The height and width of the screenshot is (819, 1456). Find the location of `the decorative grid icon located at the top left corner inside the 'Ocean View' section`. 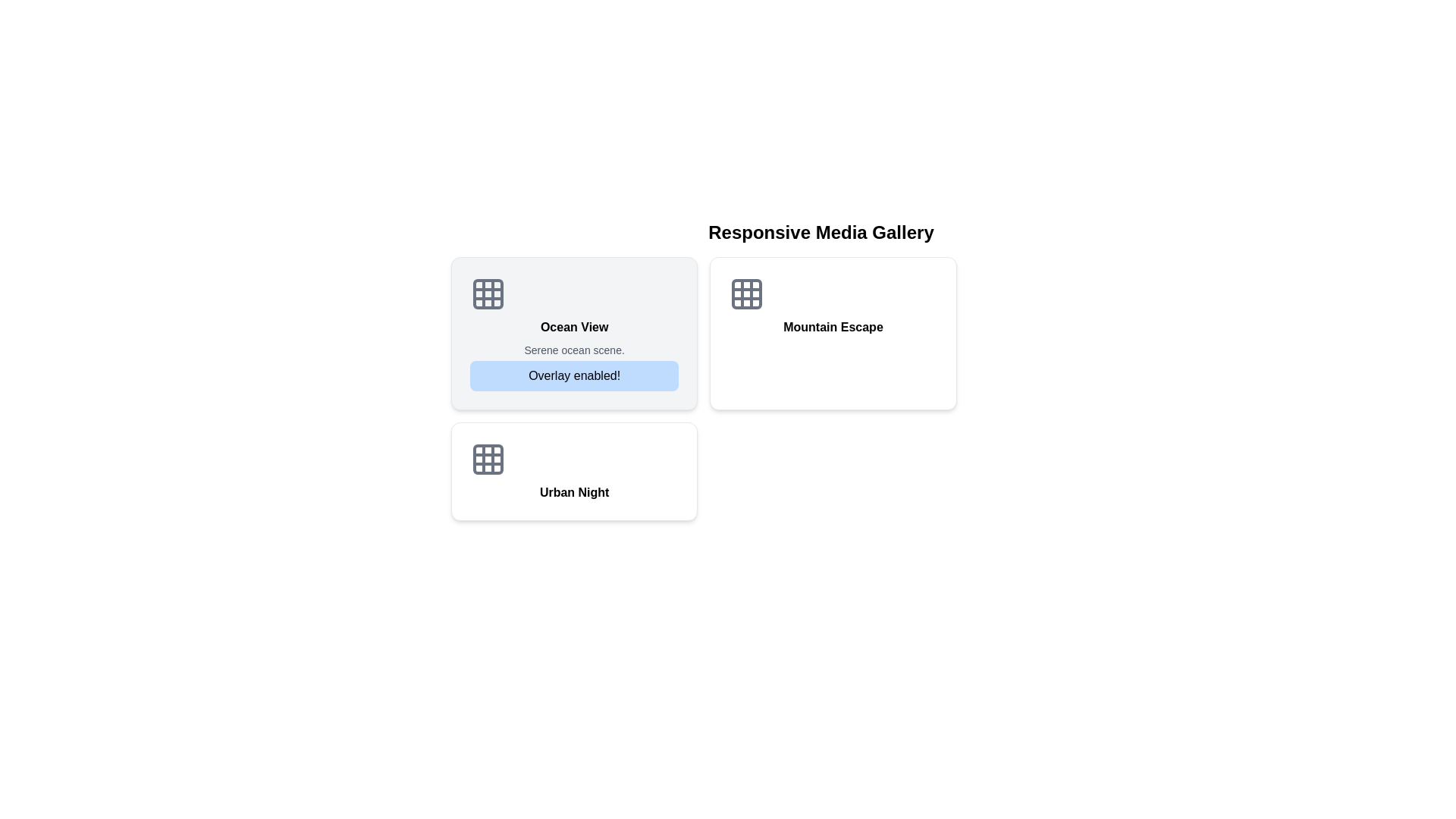

the decorative grid icon located at the top left corner inside the 'Ocean View' section is located at coordinates (488, 294).